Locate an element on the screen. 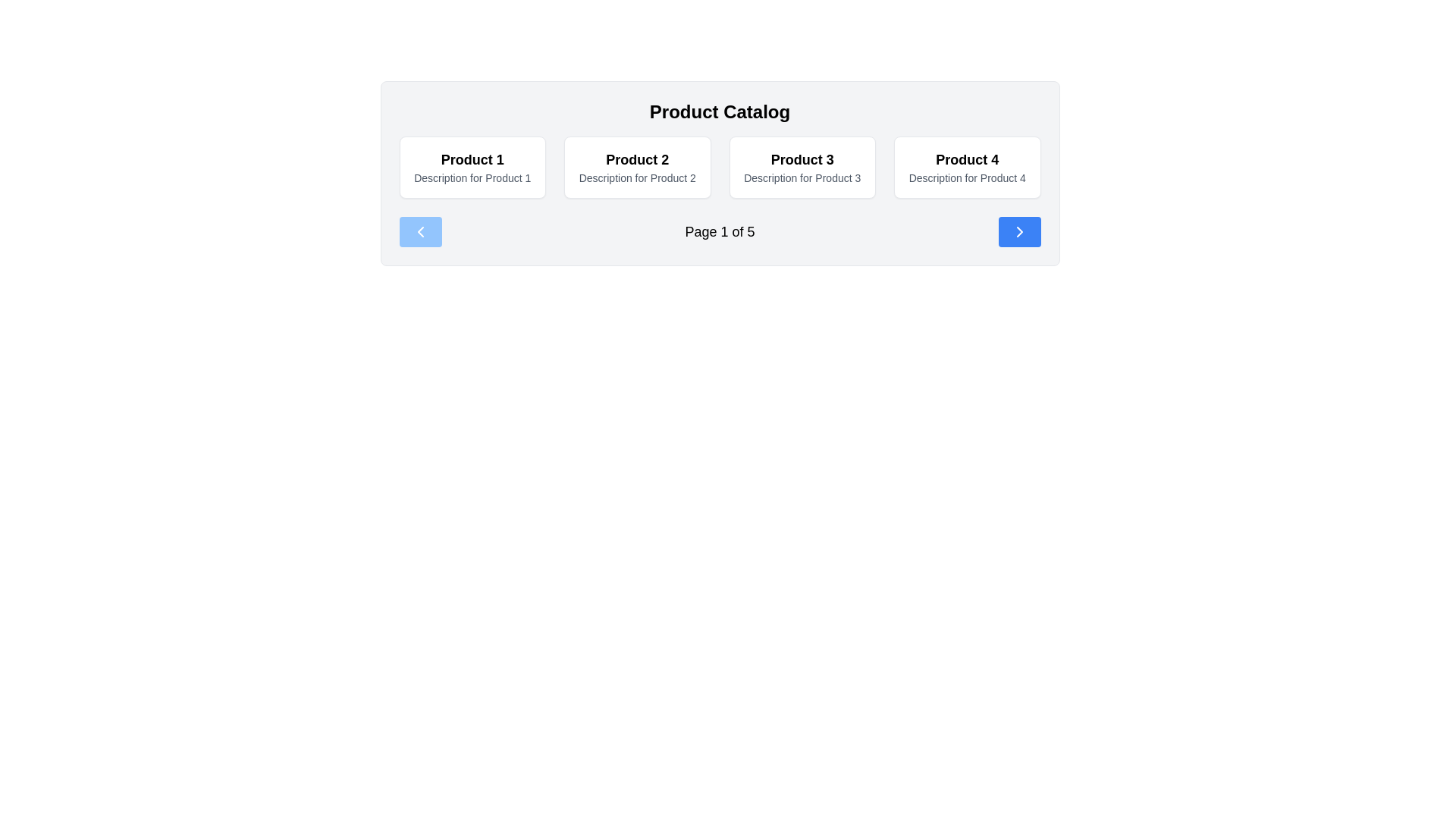  text label identifying the product as 'Product 3', which is centered in the third product card from the left is located at coordinates (802, 160).